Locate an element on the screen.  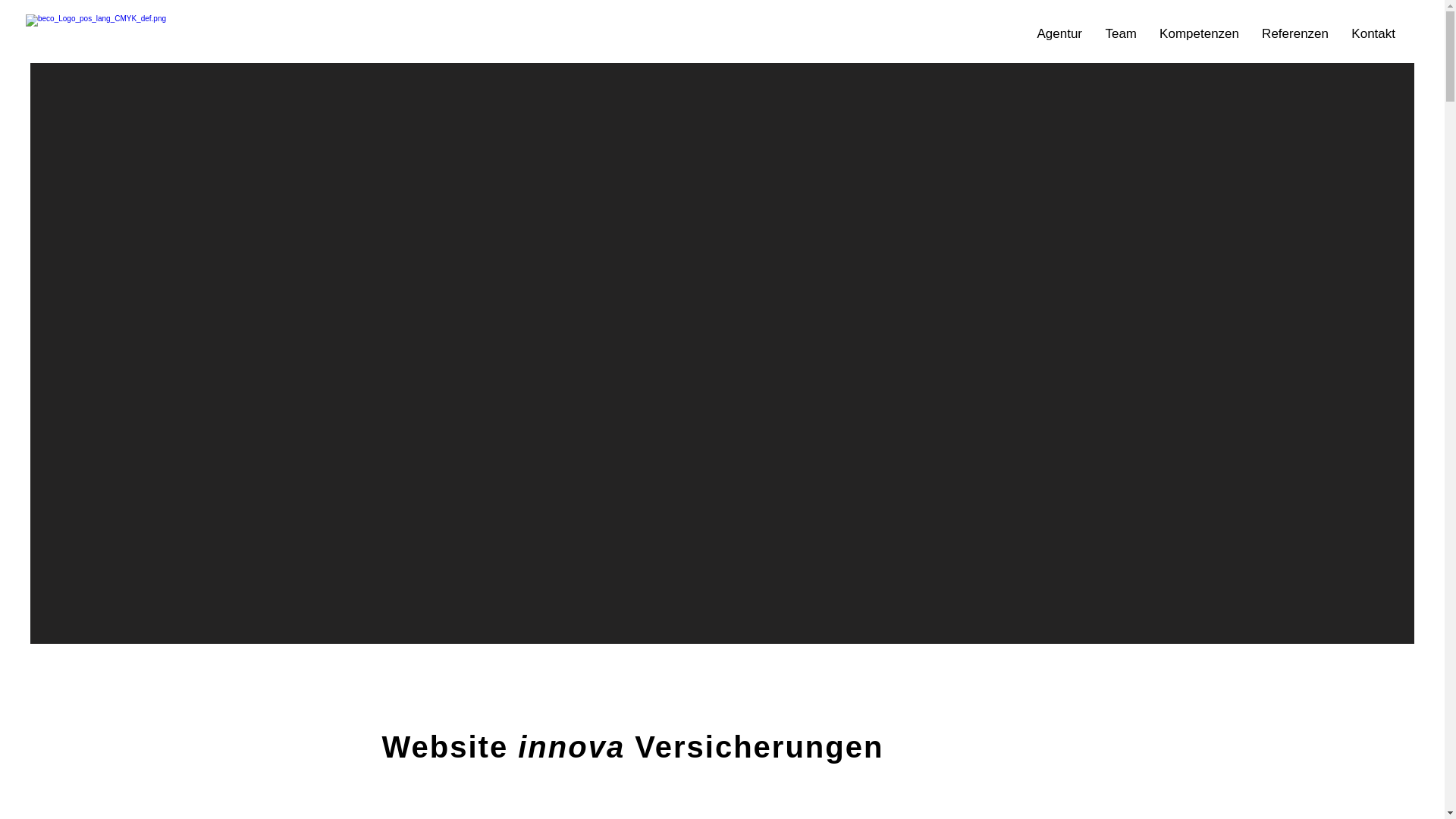
'Referenzen' is located at coordinates (1294, 34).